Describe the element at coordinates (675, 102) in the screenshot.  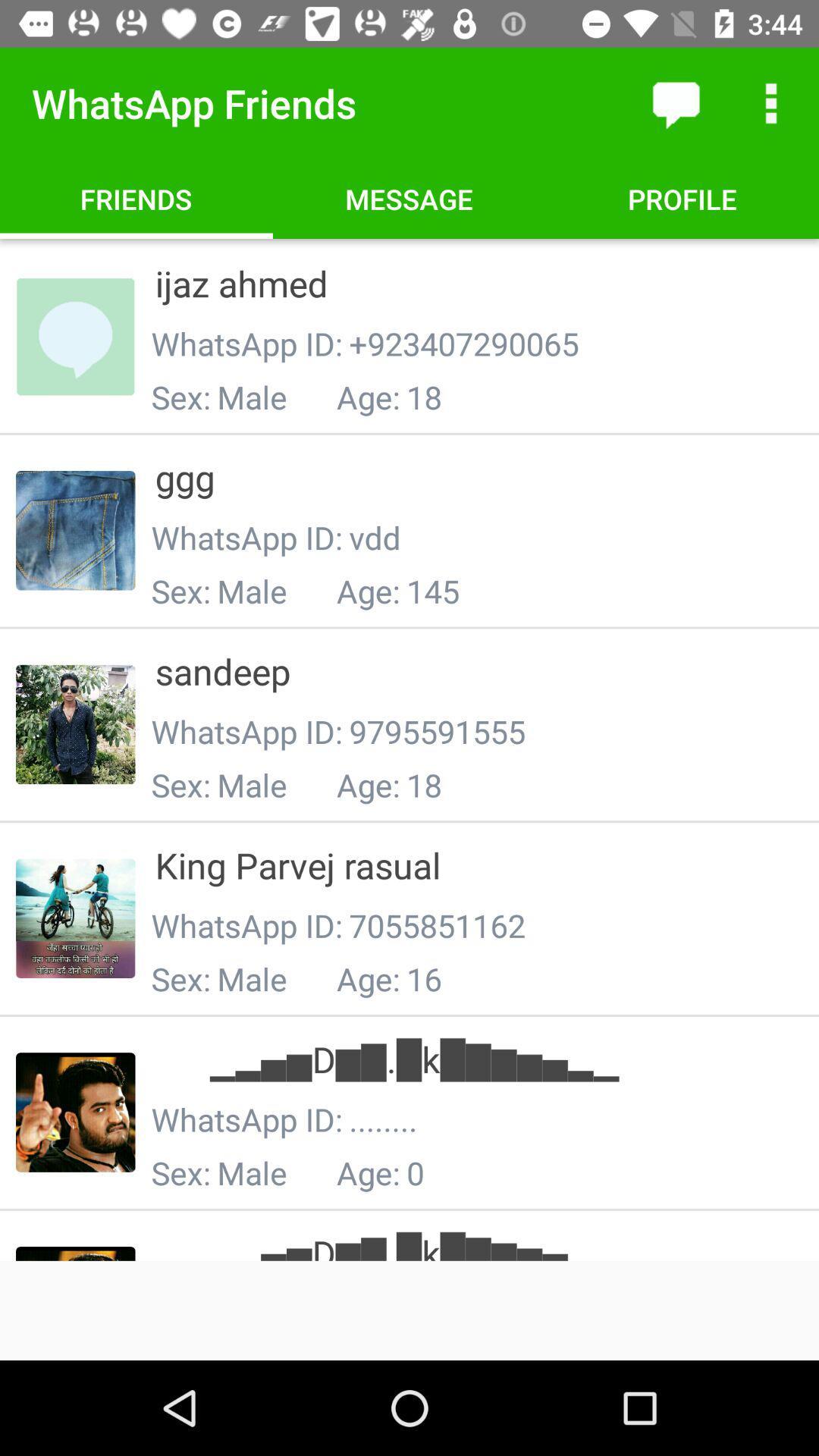
I see `write a message` at that location.